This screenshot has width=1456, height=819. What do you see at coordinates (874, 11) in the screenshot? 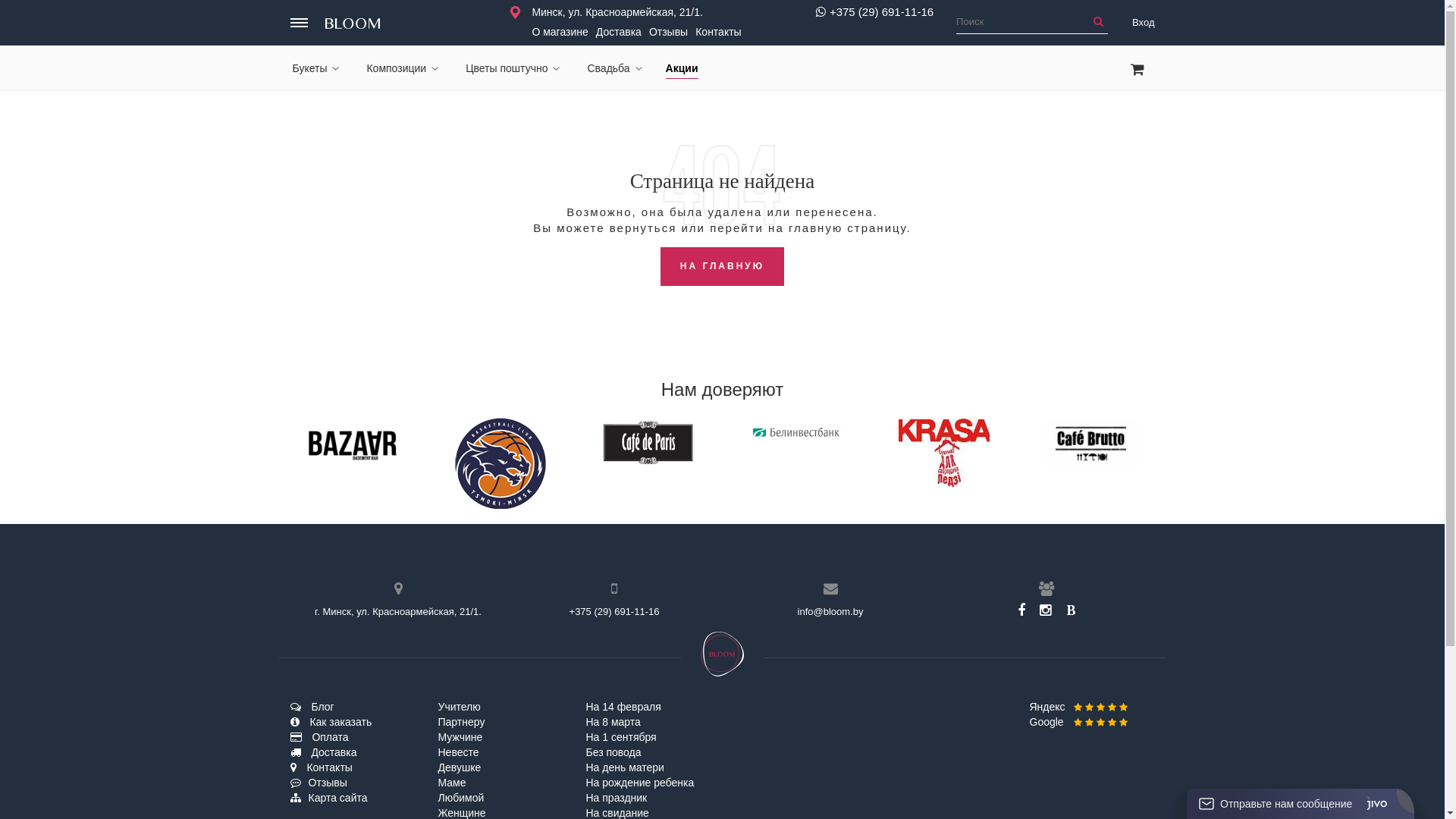
I see `'+375 (29) 691-11-16'` at bounding box center [874, 11].